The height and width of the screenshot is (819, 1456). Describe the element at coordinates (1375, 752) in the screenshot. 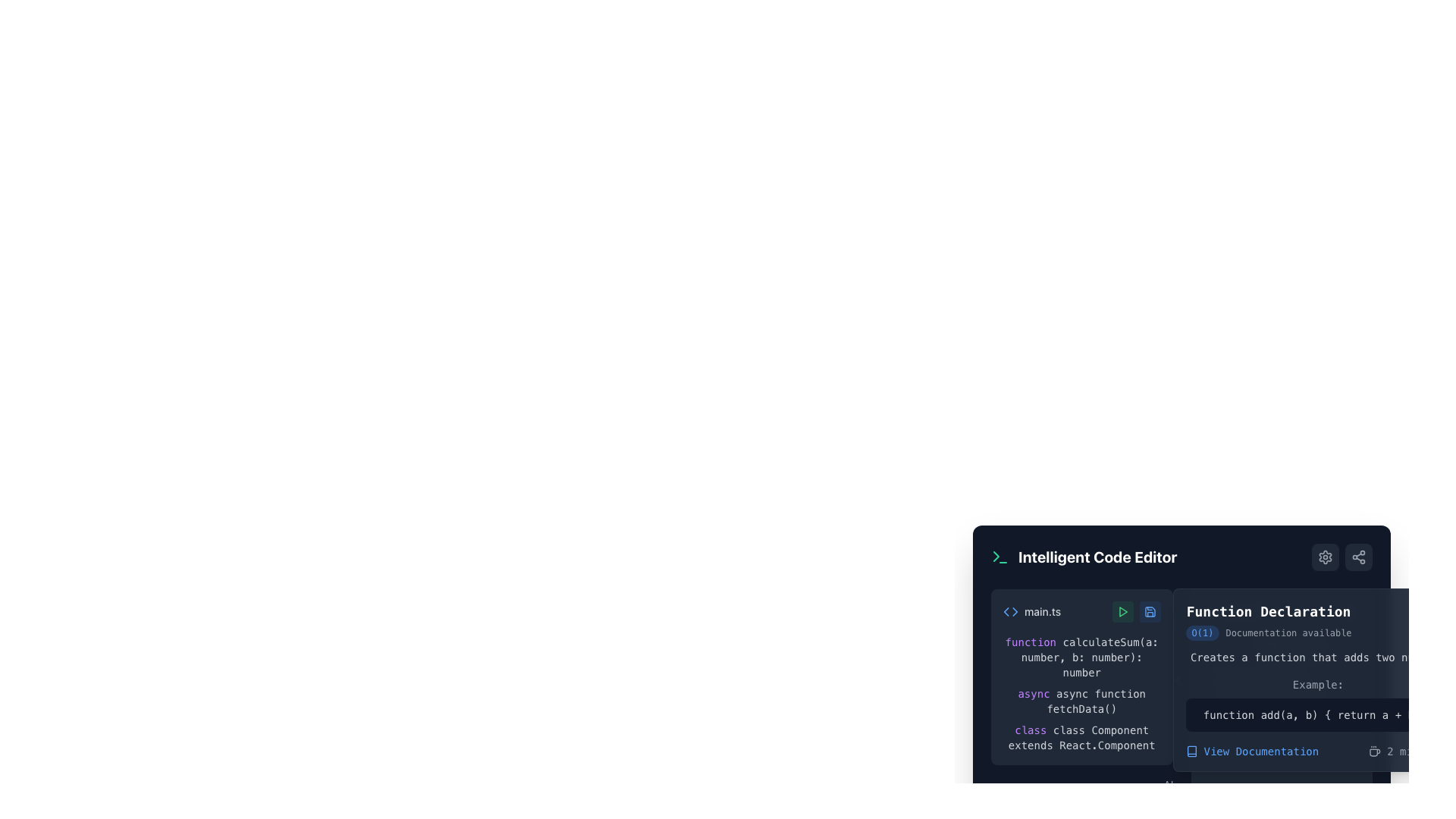

I see `the coffee break icon located to the left of the '2 min read' text` at that location.